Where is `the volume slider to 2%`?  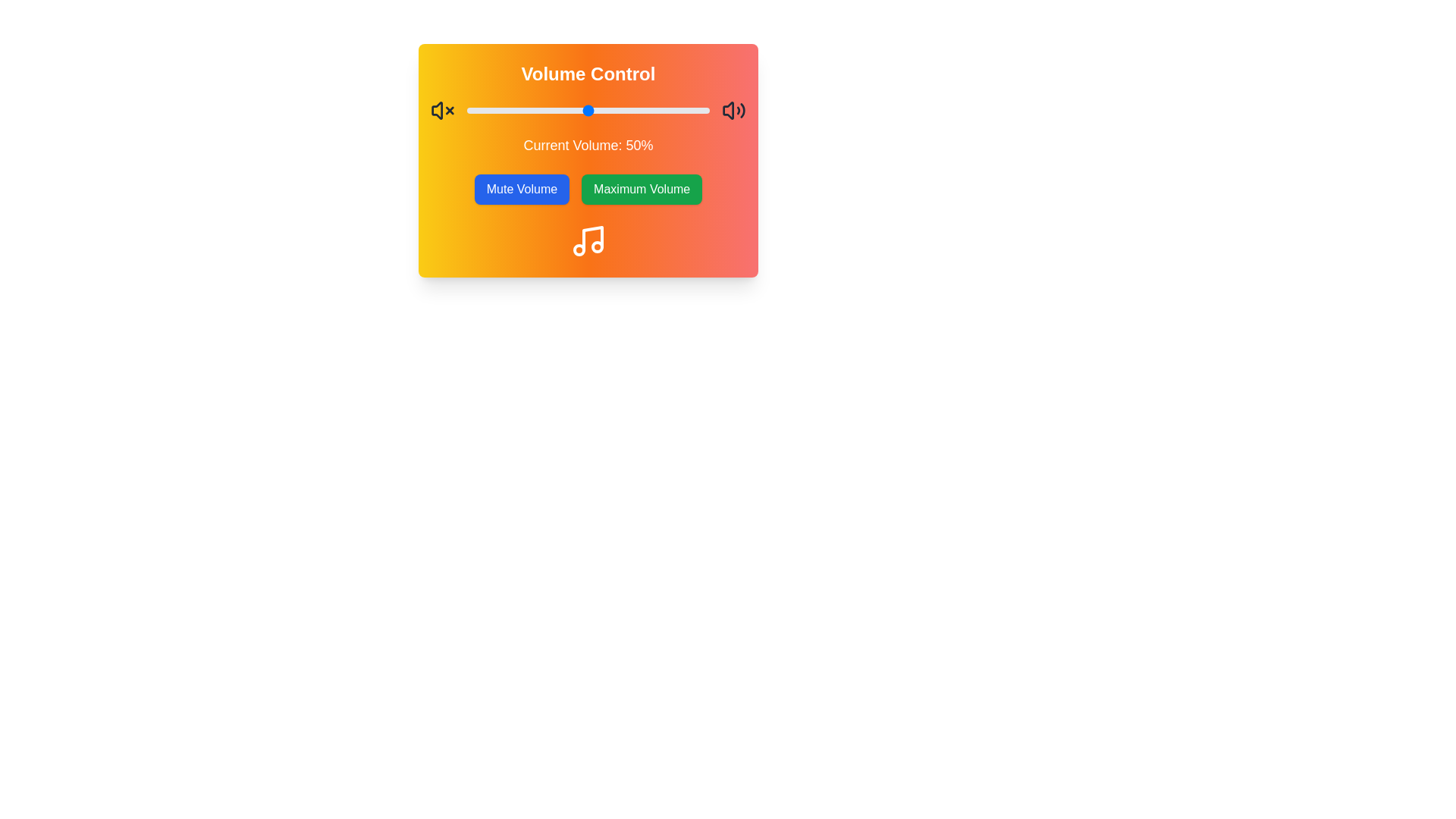 the volume slider to 2% is located at coordinates (471, 110).